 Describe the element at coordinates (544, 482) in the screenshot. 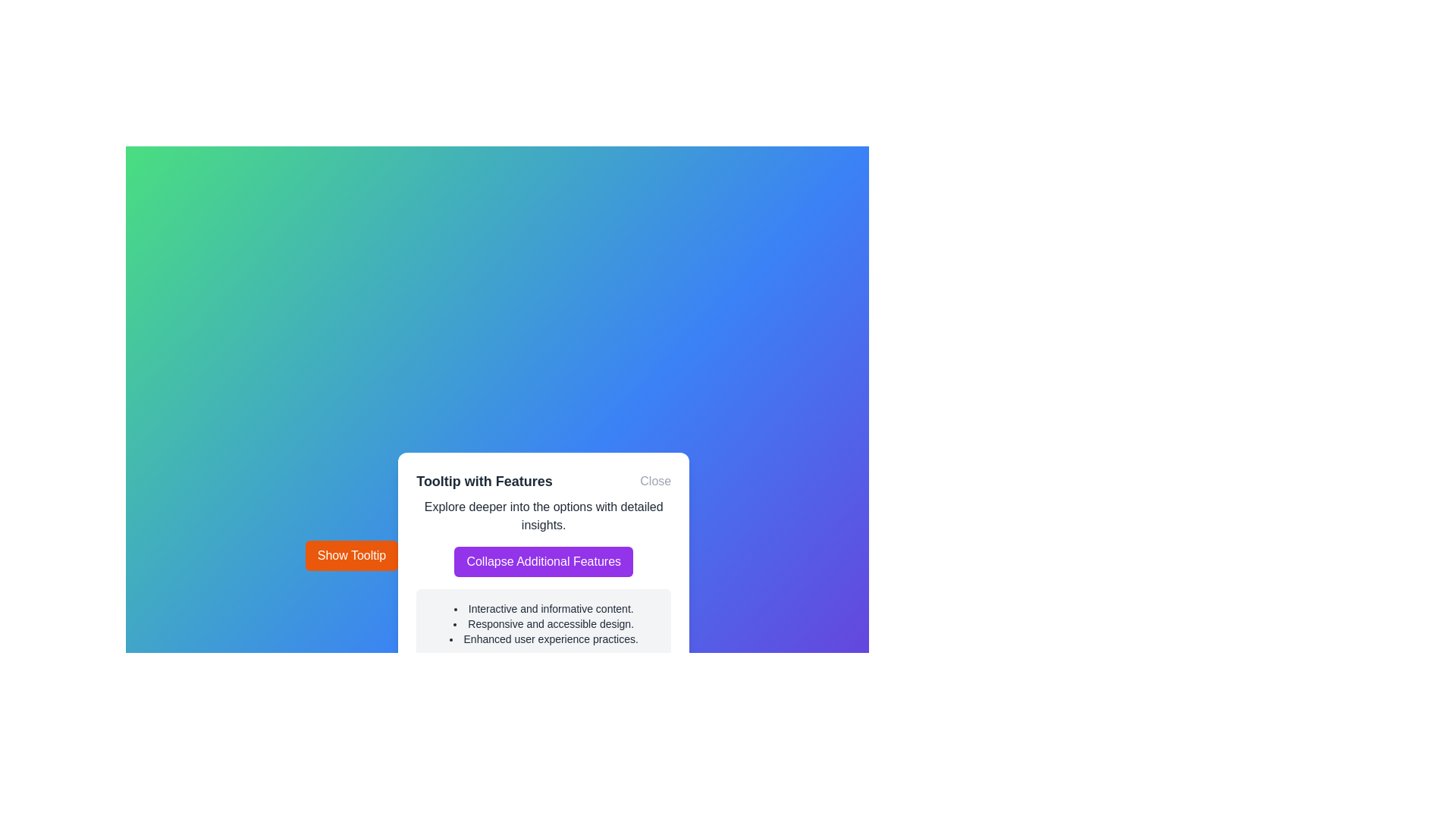

I see `the Header with the title 'Tooltip with Features' and the 'Close' link on the right side of the tooltip panel` at that location.